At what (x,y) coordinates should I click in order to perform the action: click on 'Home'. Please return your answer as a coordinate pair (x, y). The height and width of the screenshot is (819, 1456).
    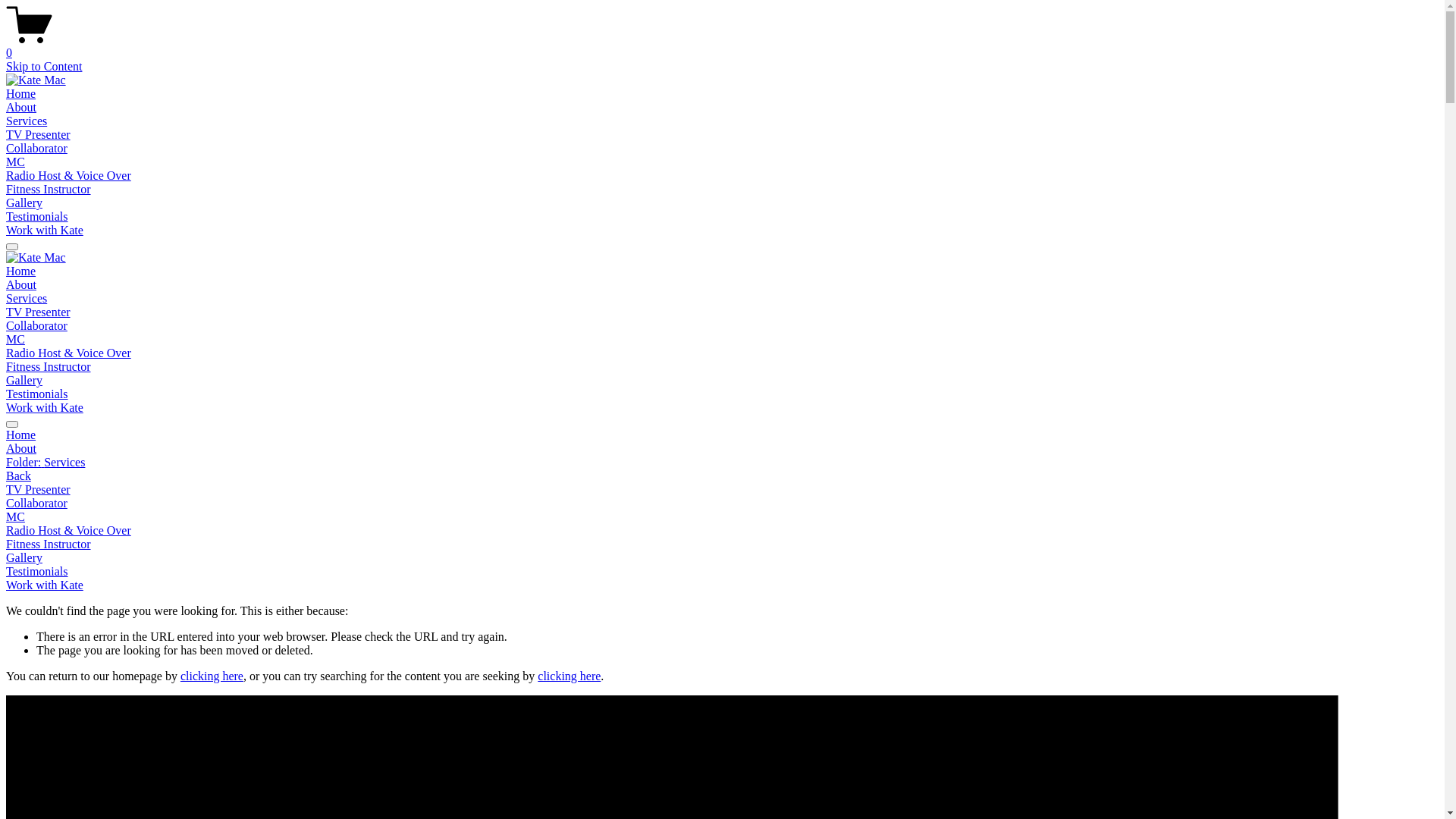
    Looking at the image, I should click on (20, 270).